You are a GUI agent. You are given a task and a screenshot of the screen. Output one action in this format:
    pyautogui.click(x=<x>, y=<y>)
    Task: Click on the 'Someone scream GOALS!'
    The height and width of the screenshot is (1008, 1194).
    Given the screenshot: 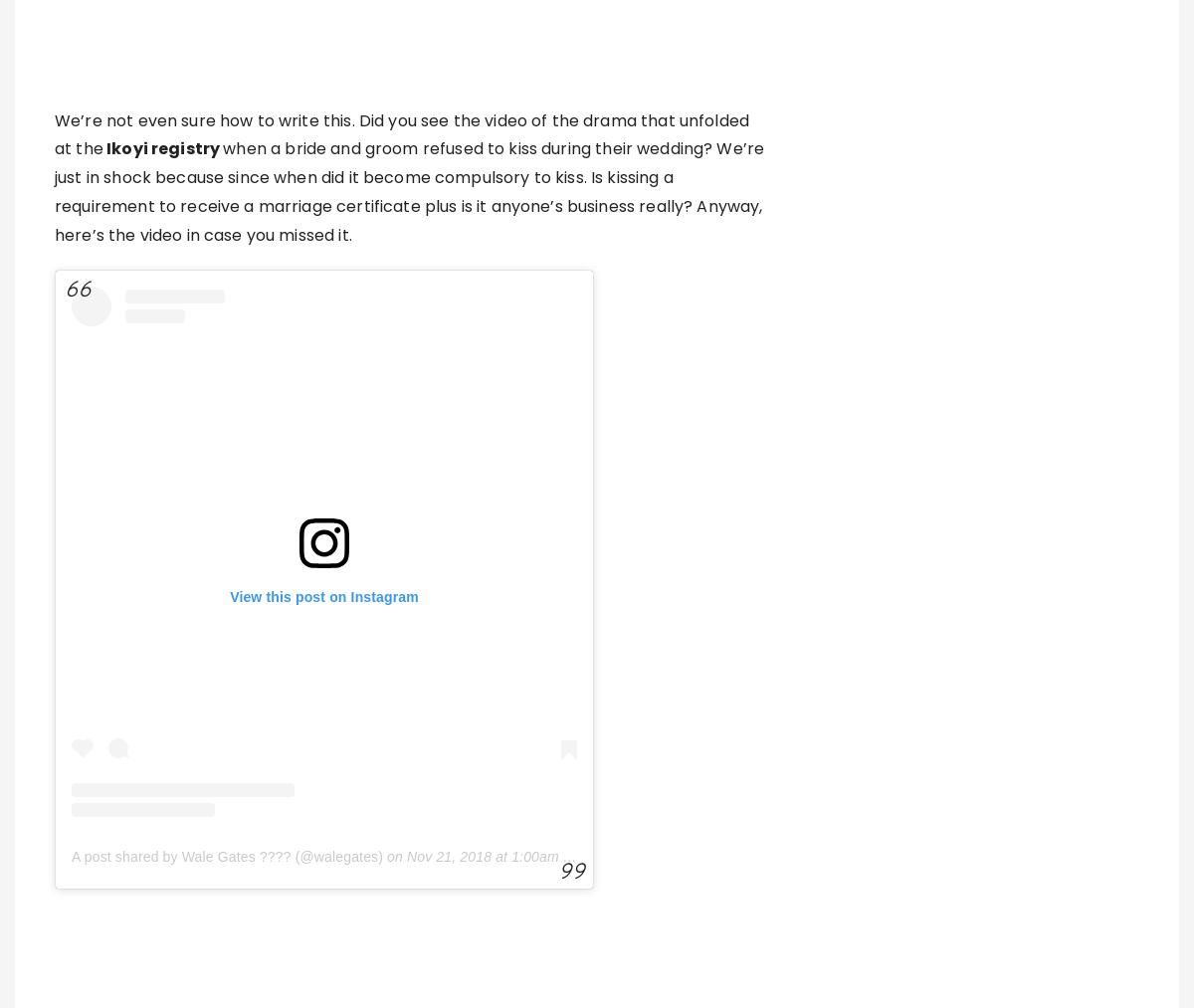 What is the action you would take?
    pyautogui.click(x=54, y=902)
    